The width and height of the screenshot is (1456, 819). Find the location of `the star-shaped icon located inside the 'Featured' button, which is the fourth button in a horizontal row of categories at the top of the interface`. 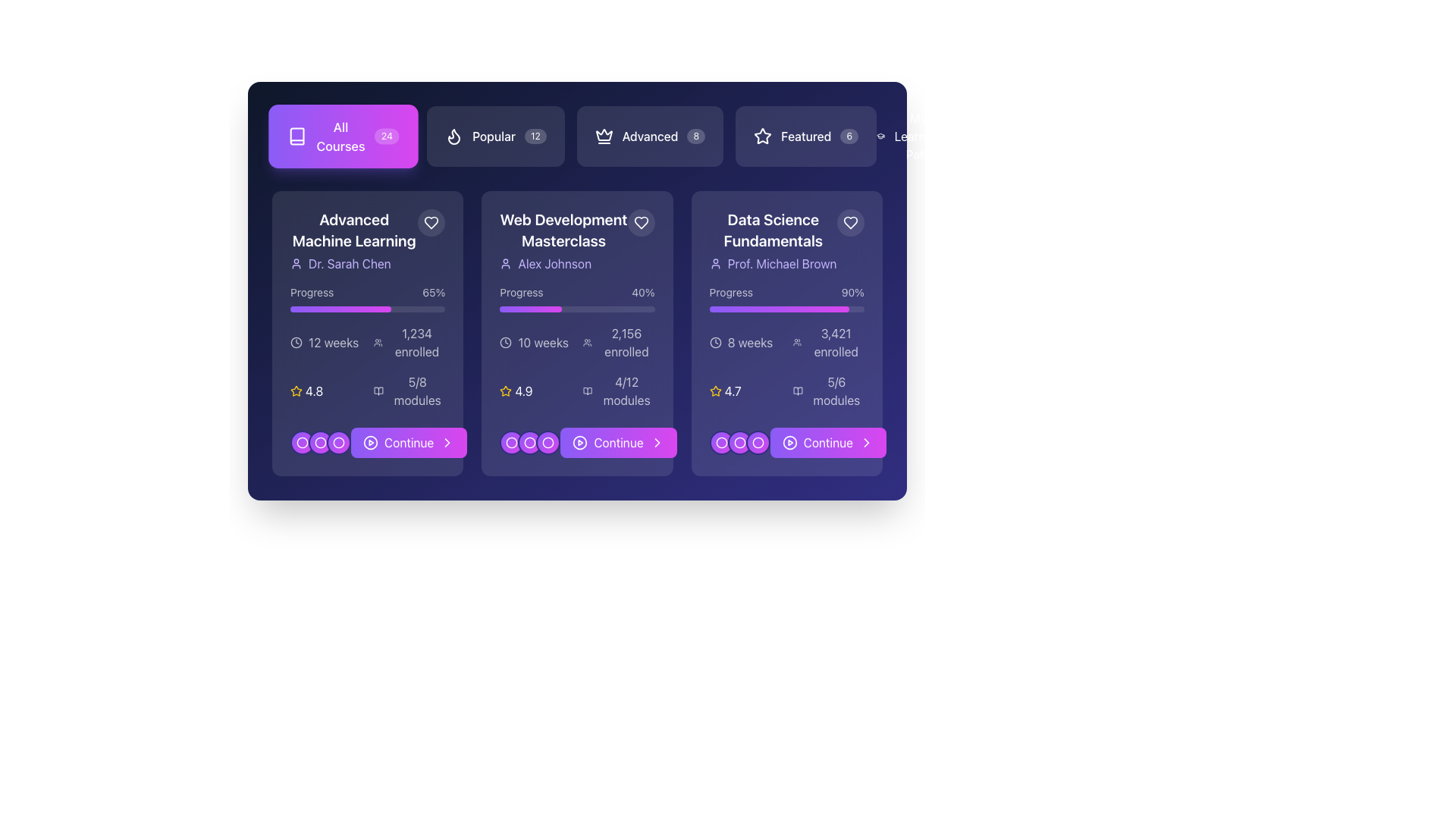

the star-shaped icon located inside the 'Featured' button, which is the fourth button in a horizontal row of categories at the top of the interface is located at coordinates (763, 135).